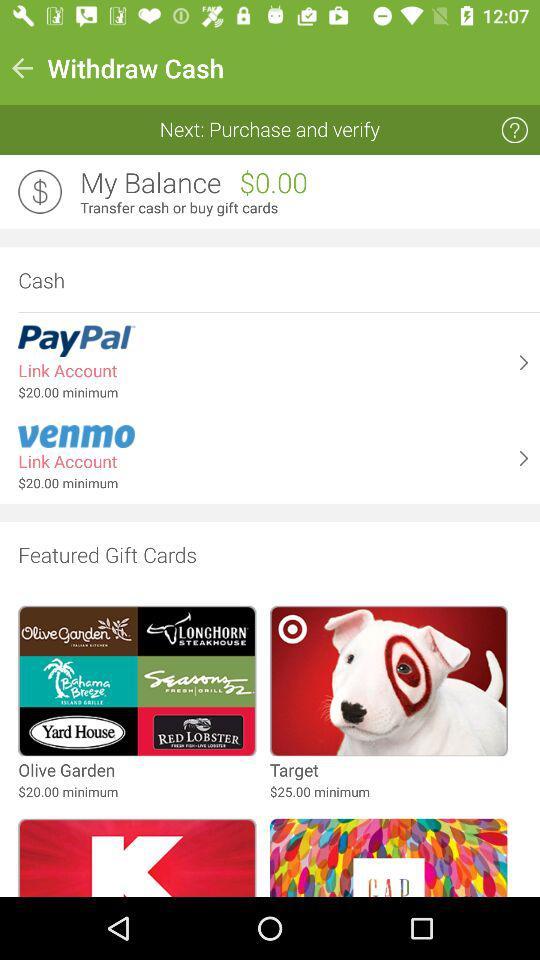  I want to click on the icon below next purchase and item, so click(149, 183).